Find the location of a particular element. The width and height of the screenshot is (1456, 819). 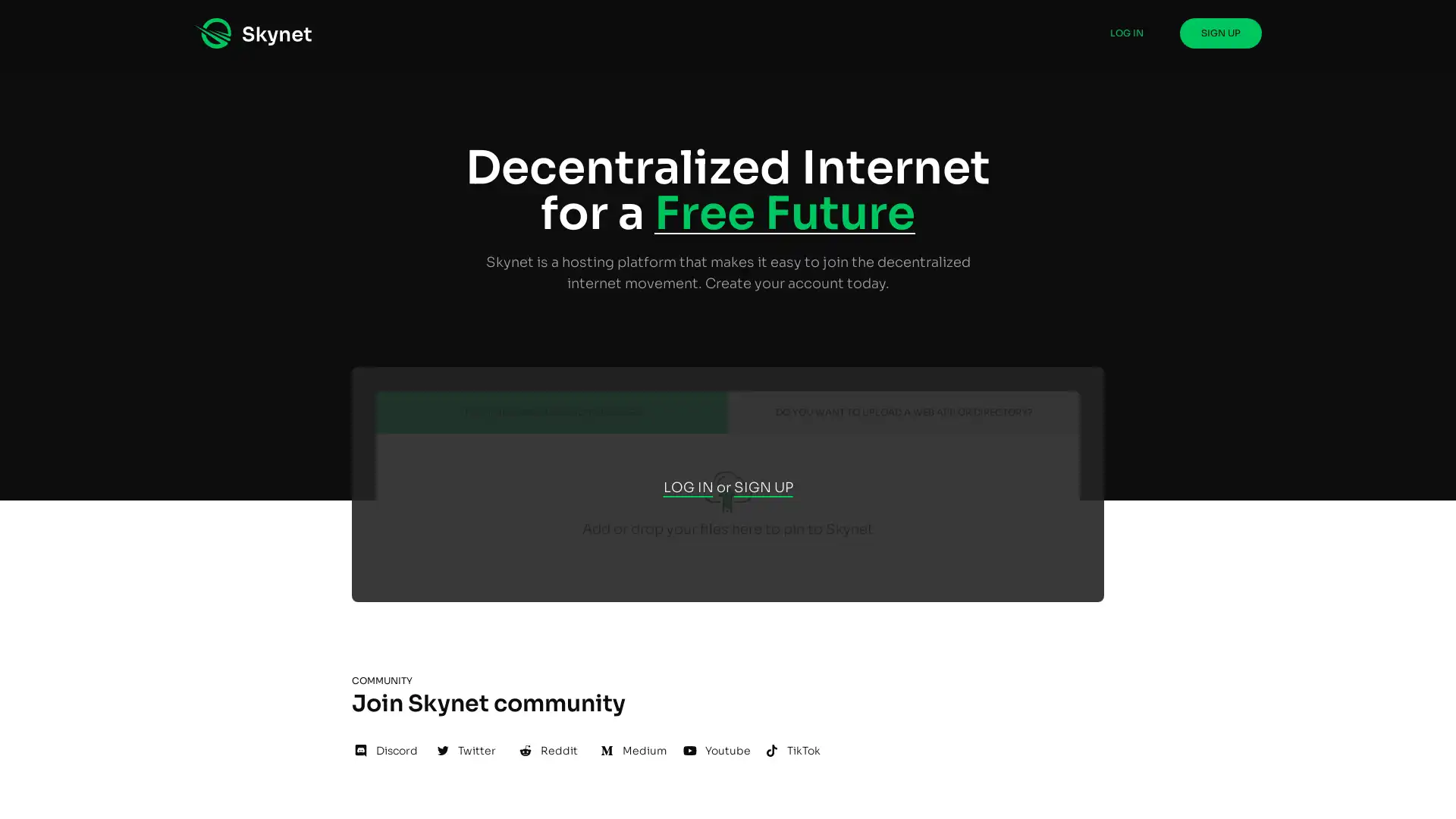

DO YOU WANT TO UPLOAD A WEB APP OR DIRECTORY? is located at coordinates (903, 412).